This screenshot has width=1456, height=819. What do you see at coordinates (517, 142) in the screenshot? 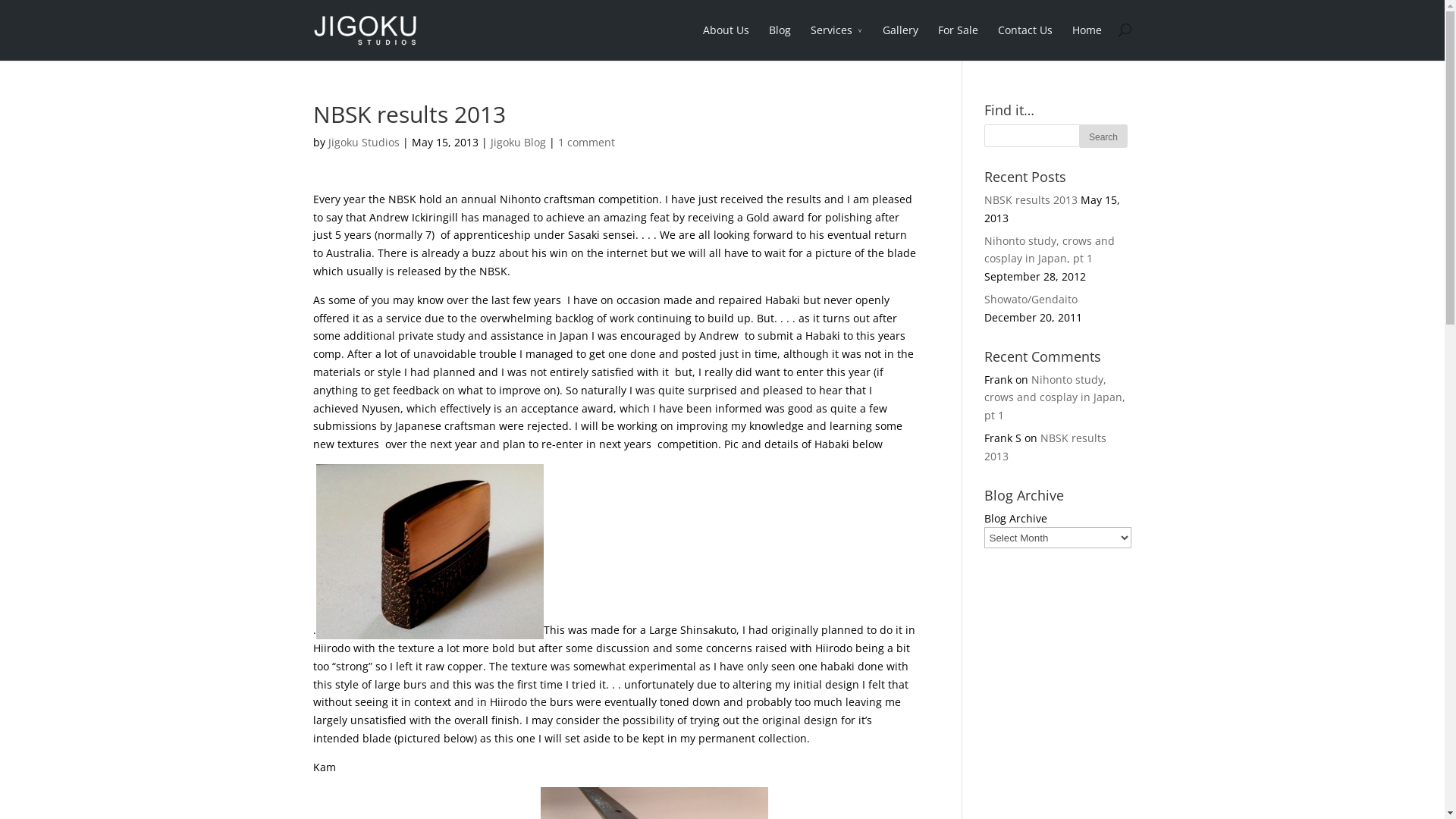
I see `'Jigoku Blog'` at bounding box center [517, 142].